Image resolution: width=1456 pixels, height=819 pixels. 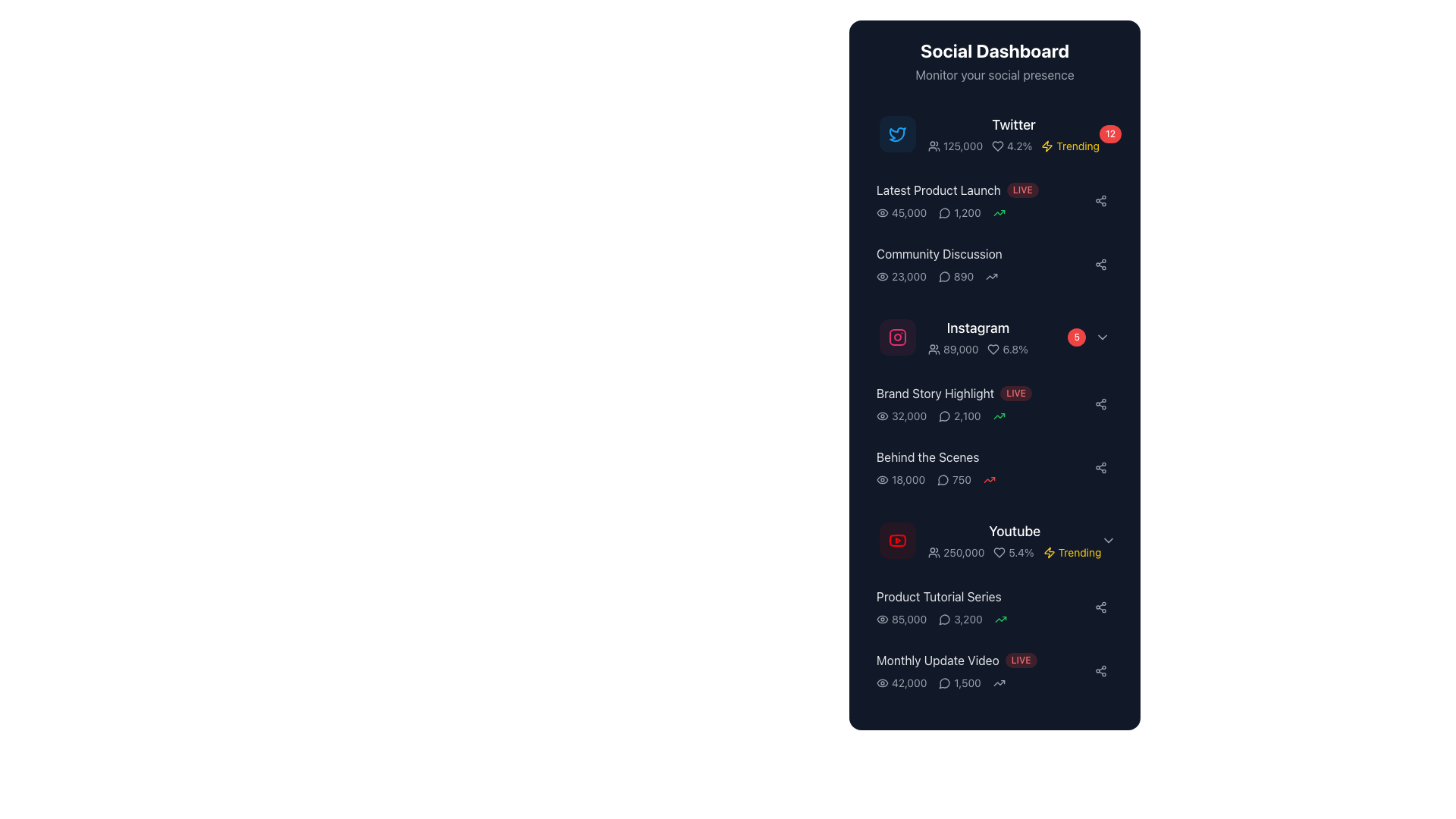 What do you see at coordinates (1088, 336) in the screenshot?
I see `the notification badge in the Instagram section of the Social Dashboard` at bounding box center [1088, 336].